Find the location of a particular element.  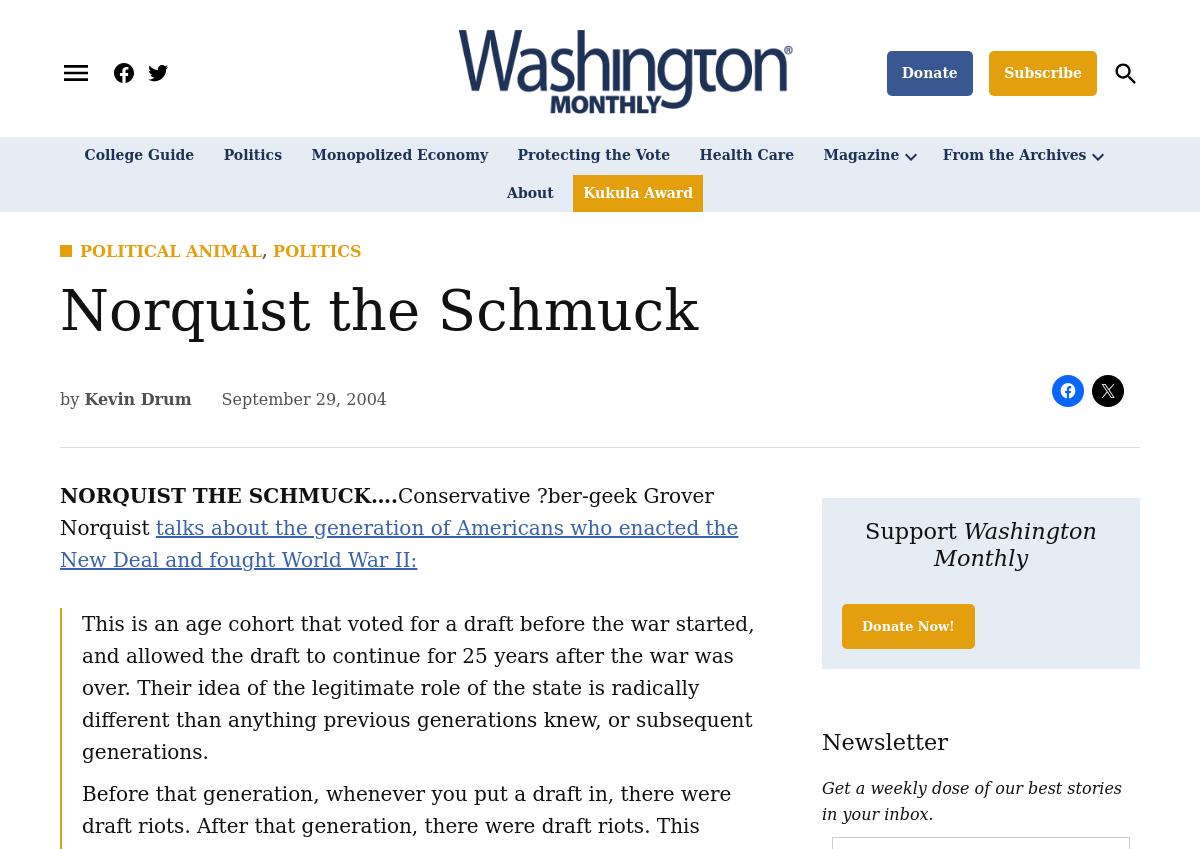

'From the Archives' is located at coordinates (1014, 155).